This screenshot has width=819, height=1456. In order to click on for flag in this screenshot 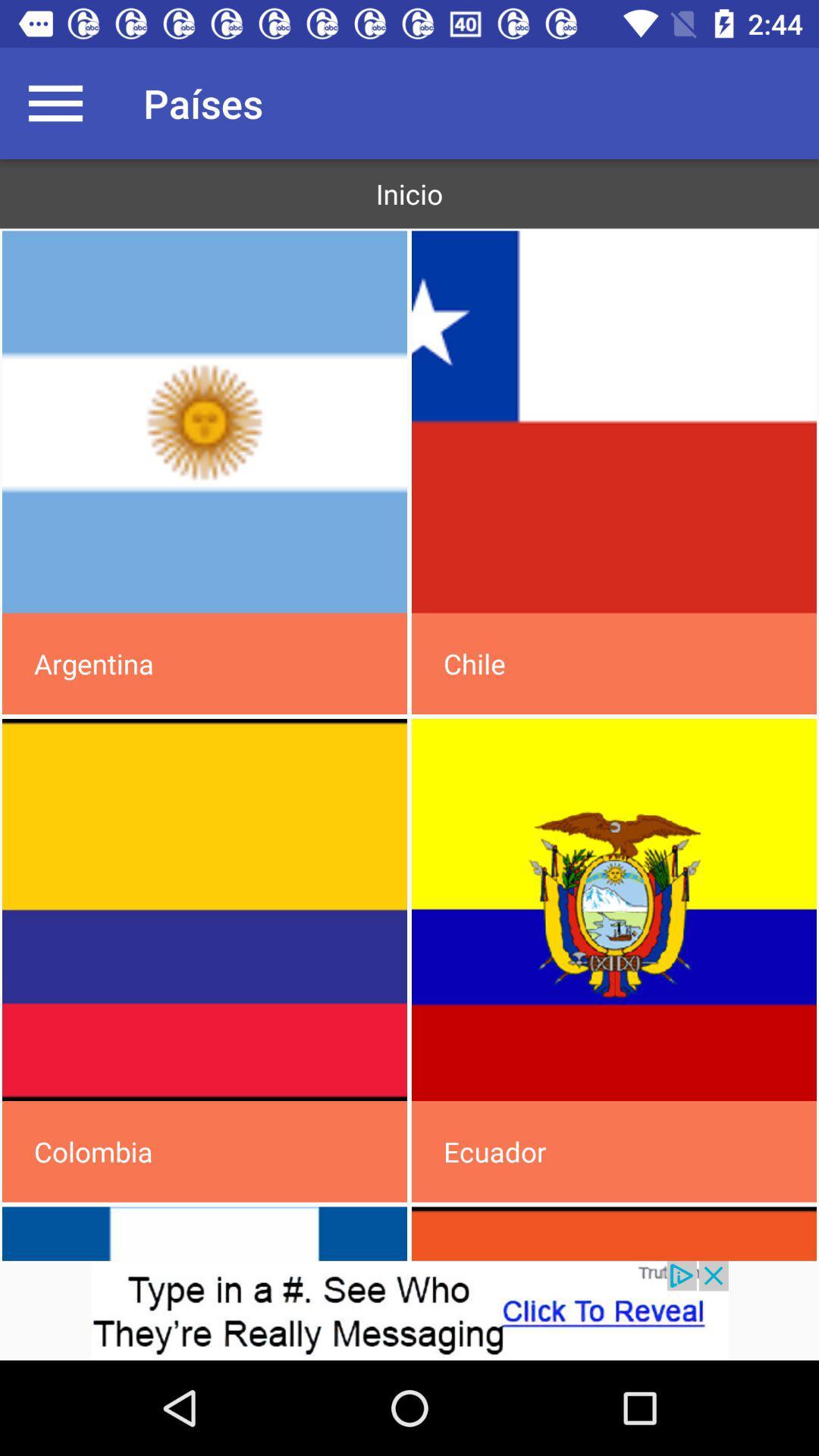, I will do `click(205, 422)`.